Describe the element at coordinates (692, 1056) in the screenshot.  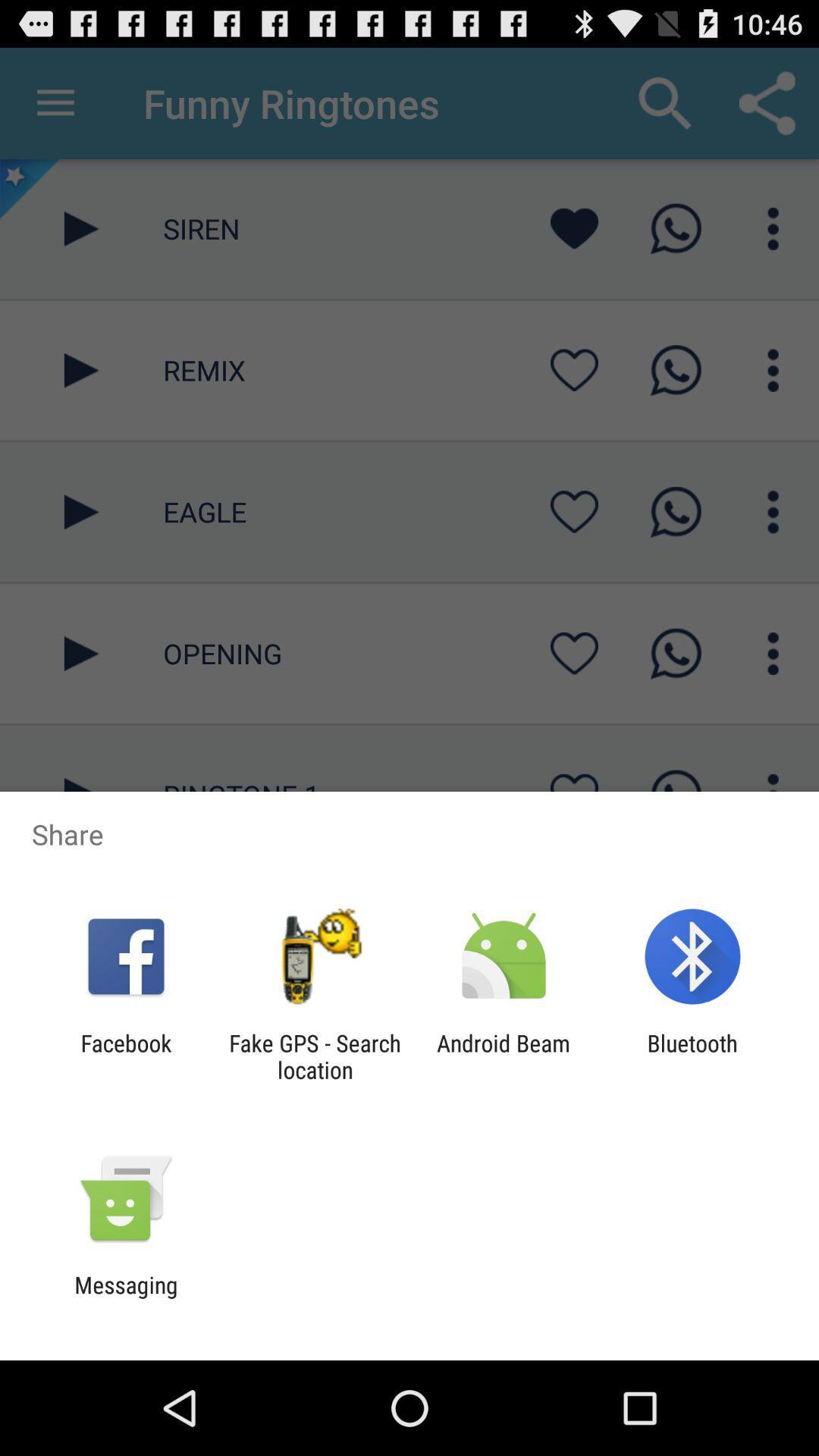
I see `bluetooth` at that location.